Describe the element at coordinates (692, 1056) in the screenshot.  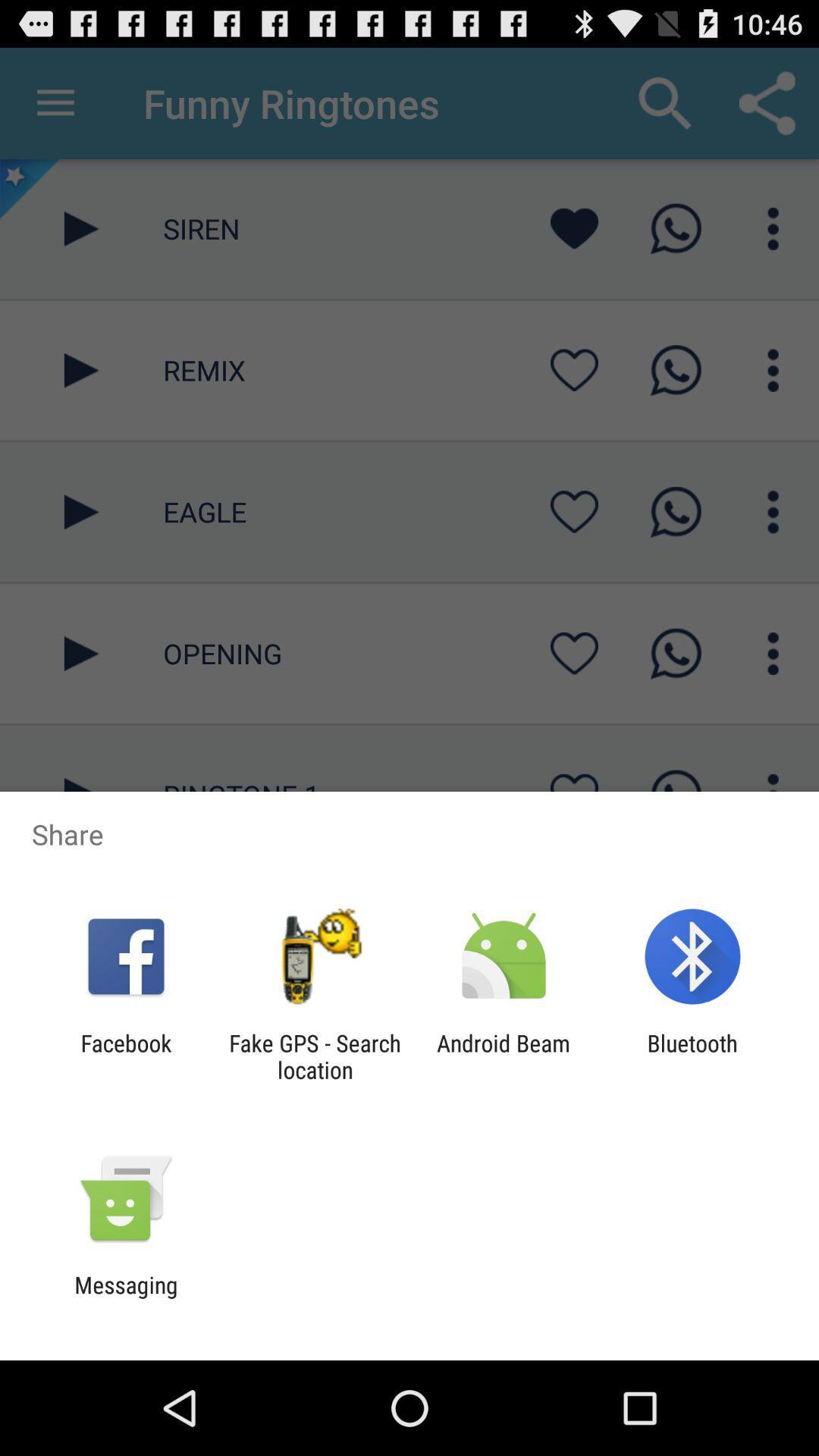
I see `bluetooth` at that location.